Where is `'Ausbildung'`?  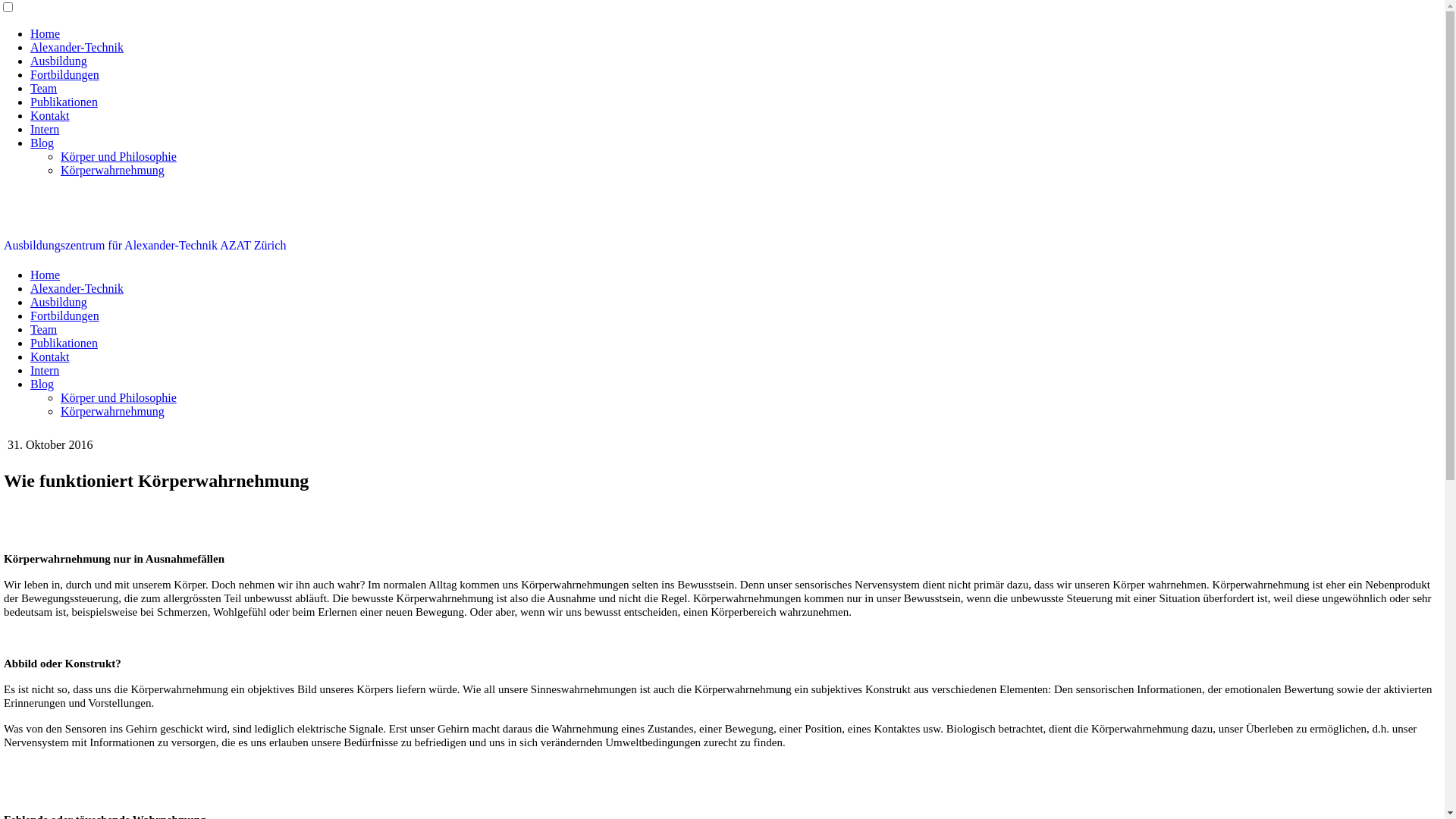
'Ausbildung' is located at coordinates (58, 302).